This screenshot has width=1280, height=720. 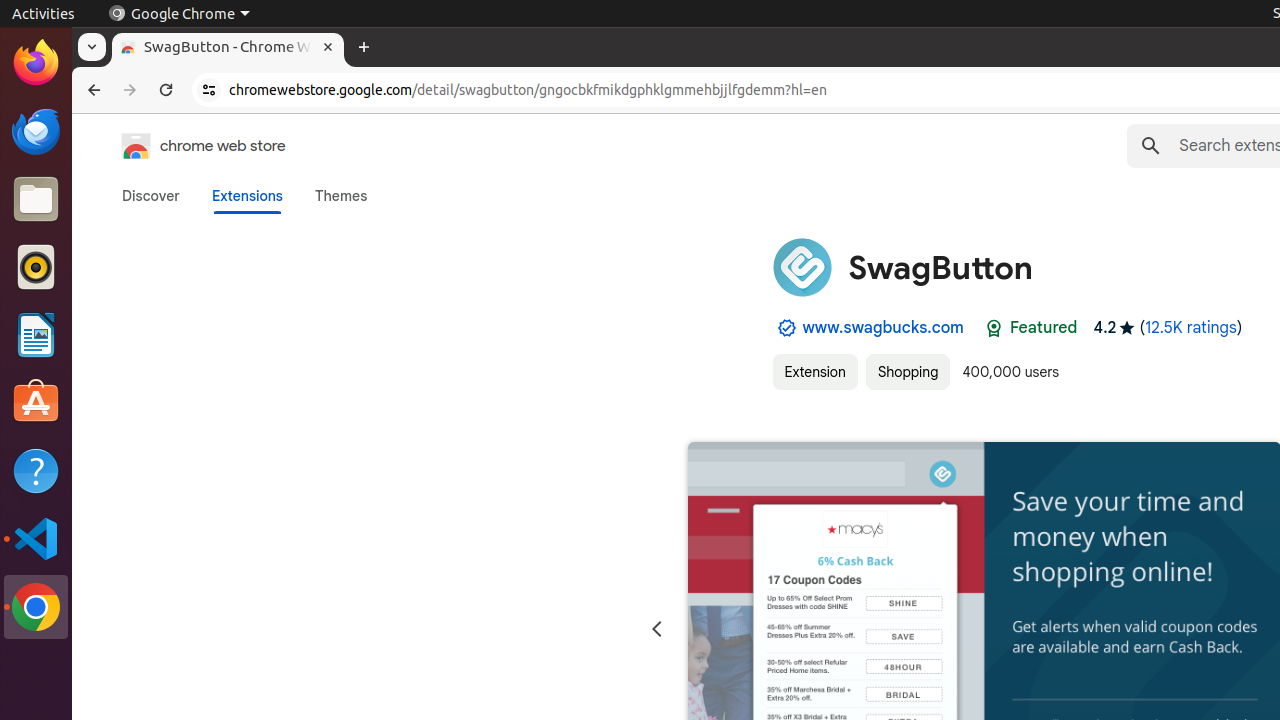 What do you see at coordinates (246, 195) in the screenshot?
I see `'Extensions'` at bounding box center [246, 195].